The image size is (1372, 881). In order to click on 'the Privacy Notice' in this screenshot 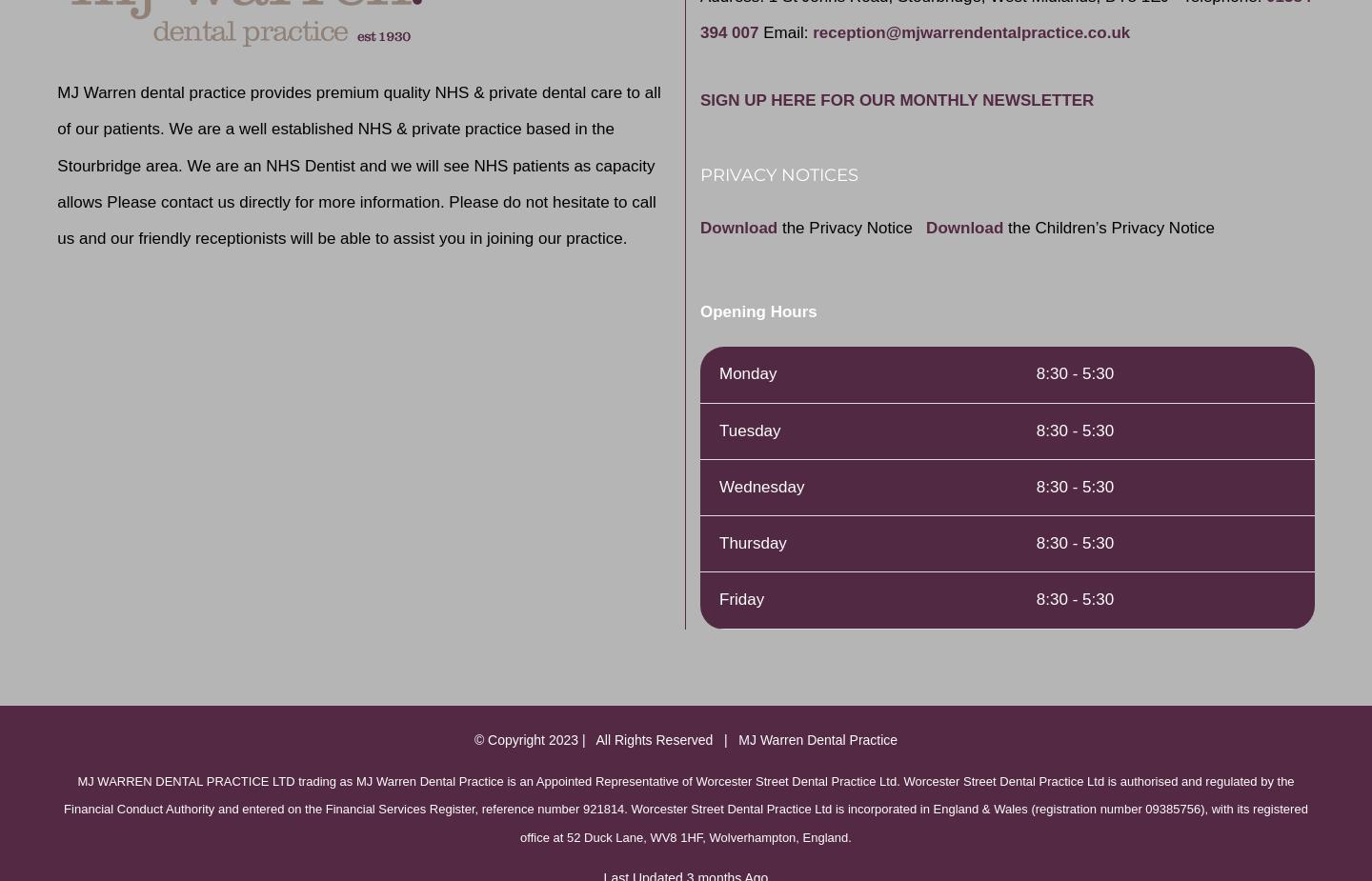, I will do `click(777, 226)`.